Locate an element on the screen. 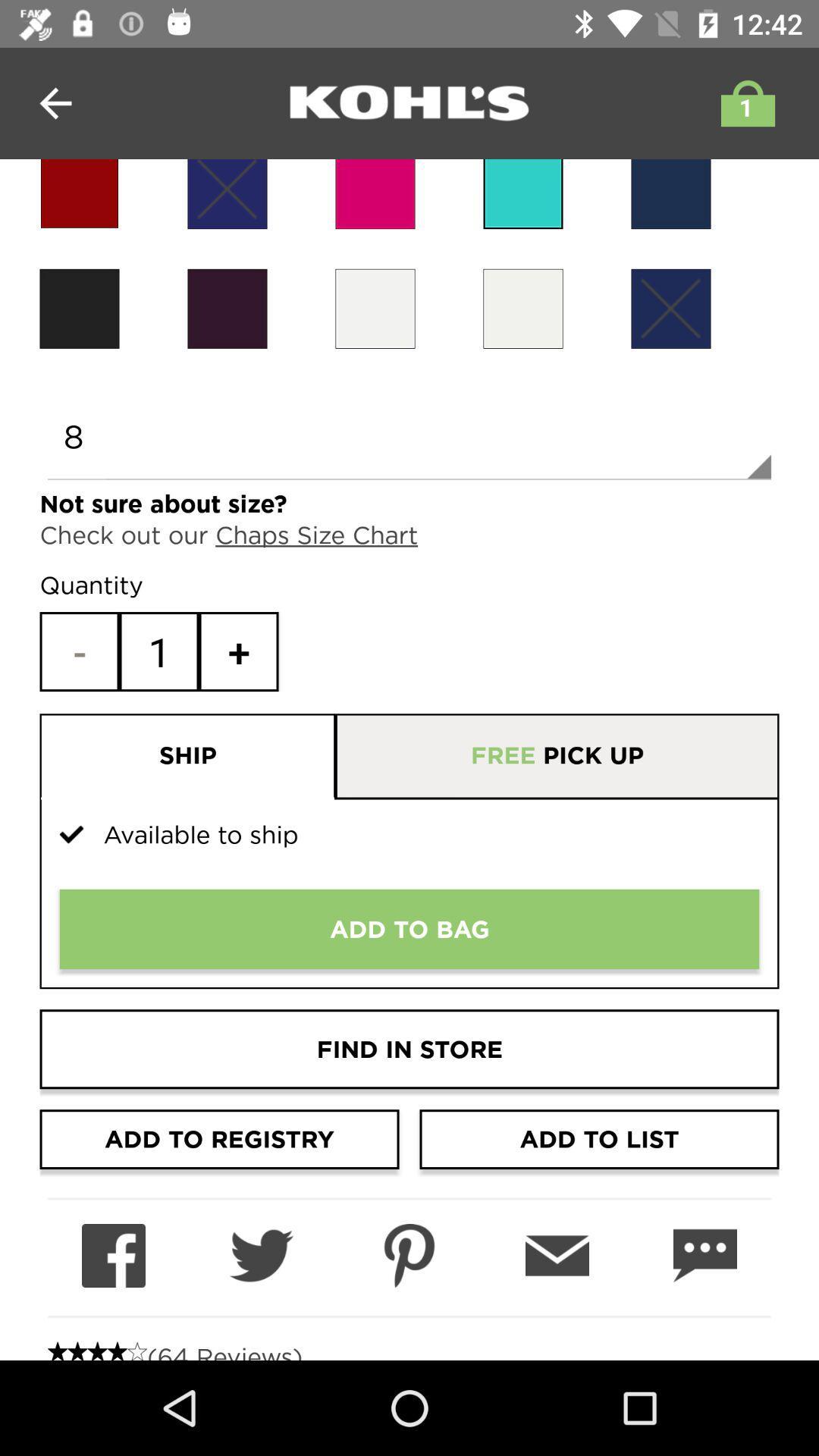  return to previous page is located at coordinates (55, 102).